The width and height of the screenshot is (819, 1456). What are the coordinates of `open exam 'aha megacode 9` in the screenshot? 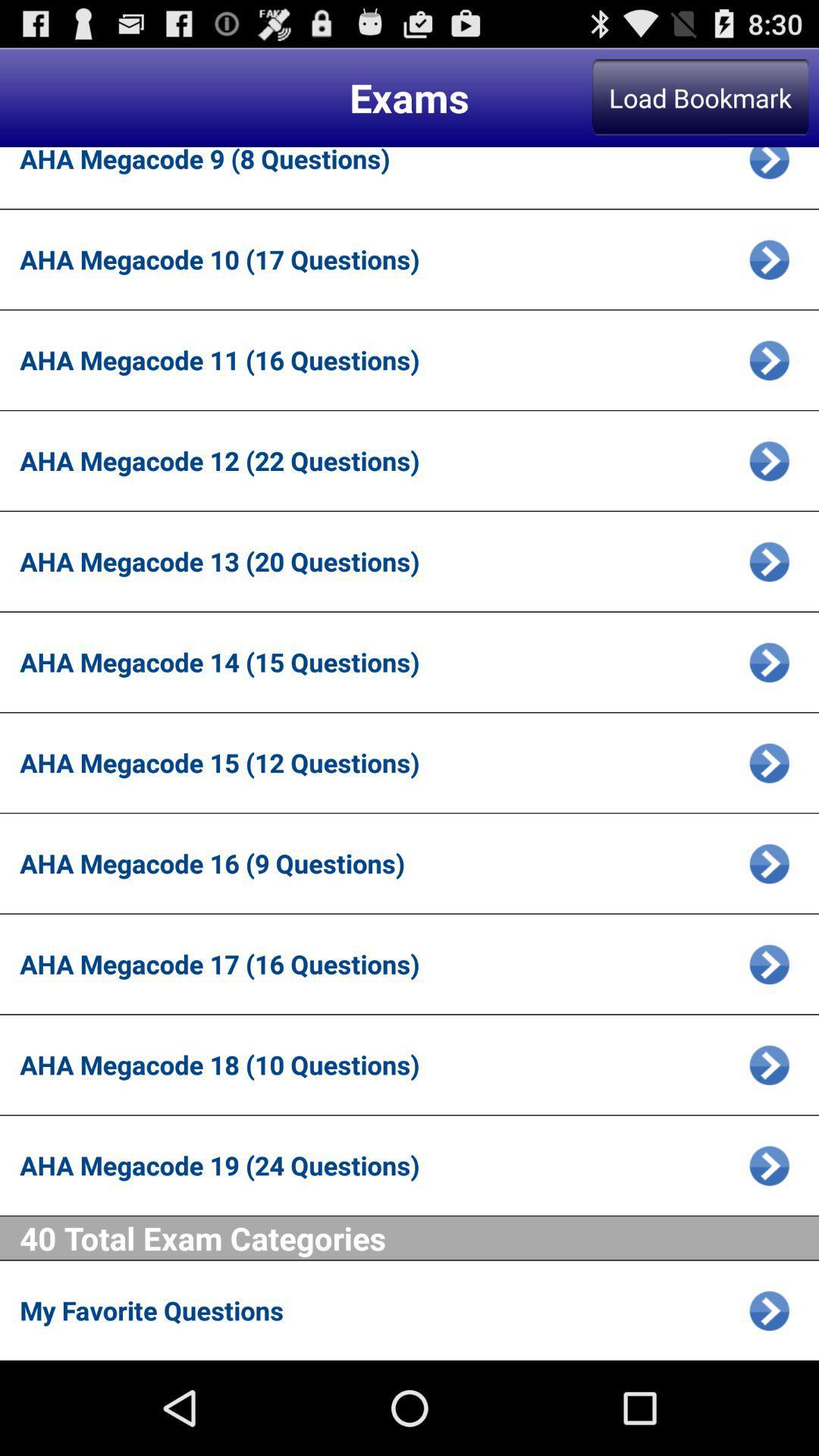 It's located at (769, 168).